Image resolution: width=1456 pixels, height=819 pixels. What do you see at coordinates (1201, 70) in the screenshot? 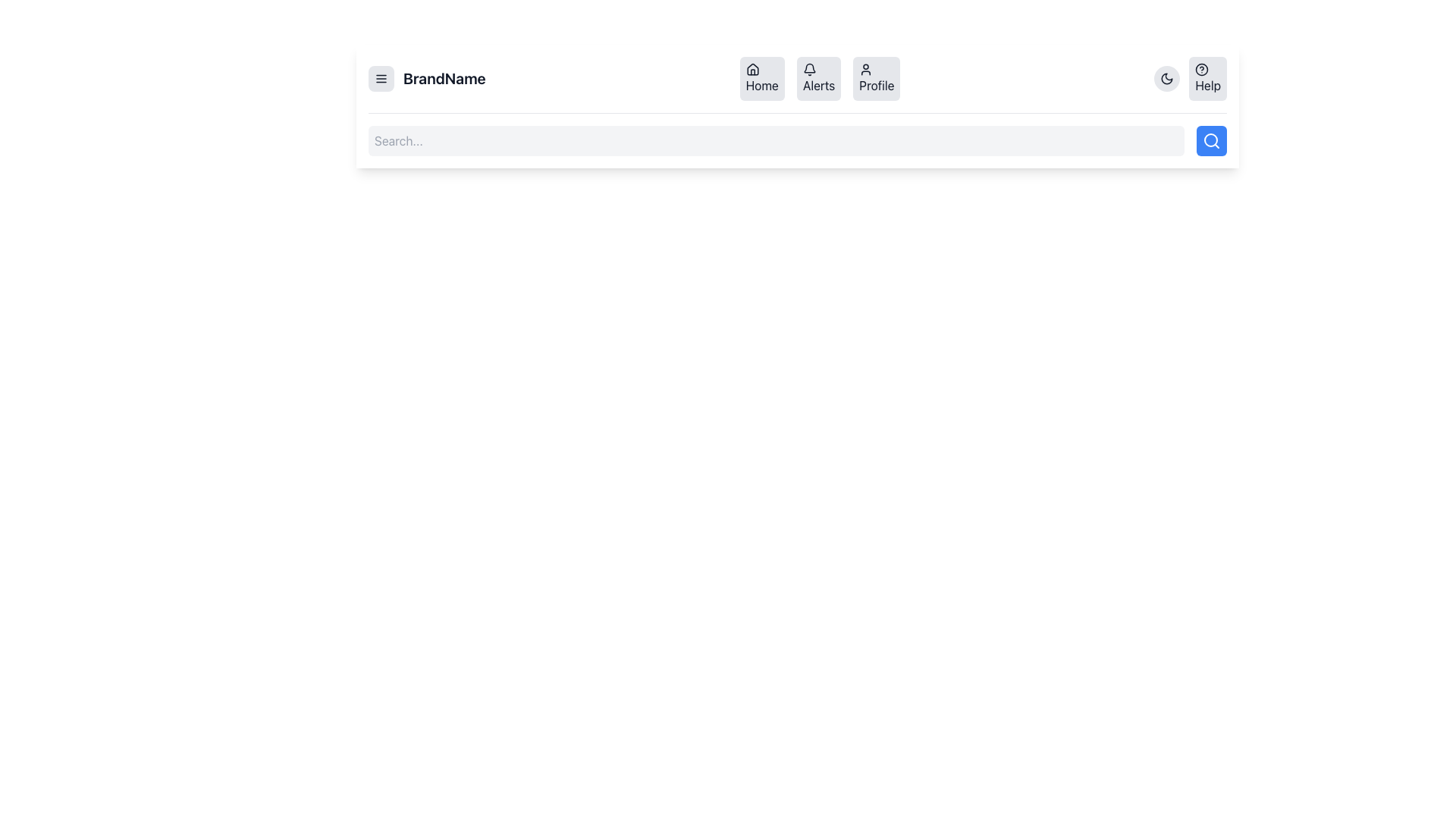
I see `the decorative circular SVG element located within the header section, near the labeled 'Help' button` at bounding box center [1201, 70].